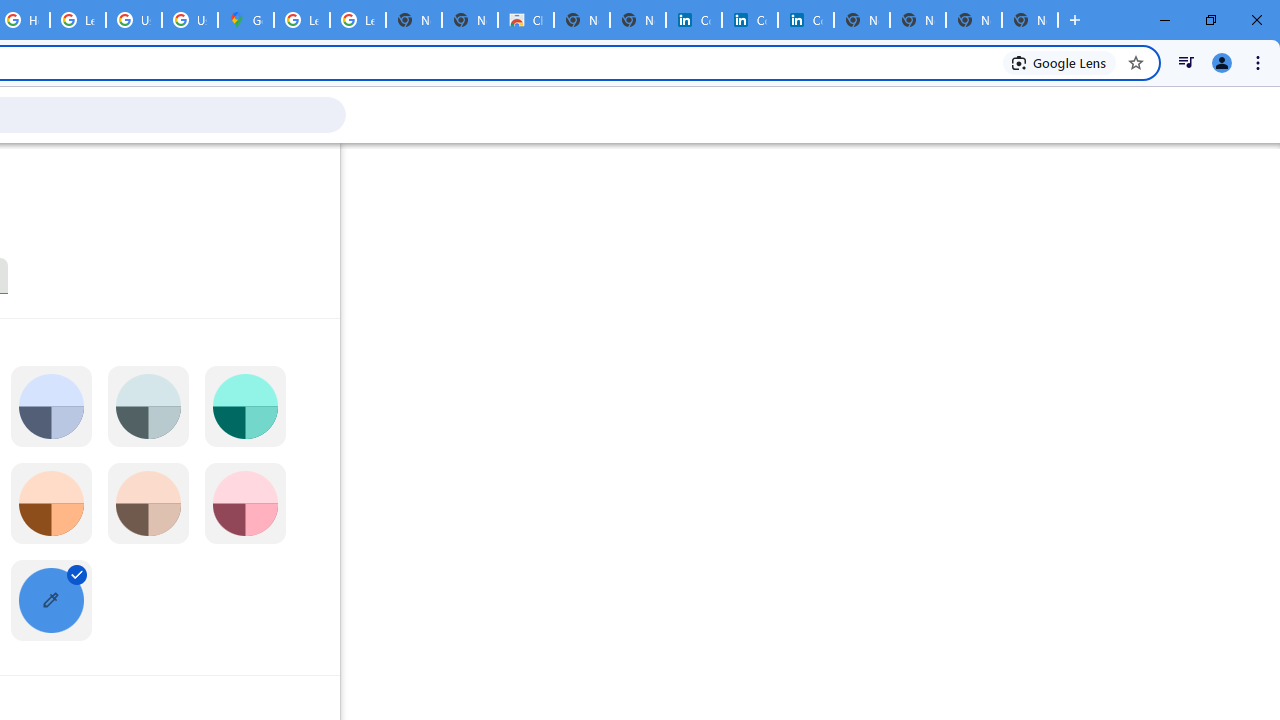  I want to click on 'Cookie Policy | LinkedIn', so click(693, 20).